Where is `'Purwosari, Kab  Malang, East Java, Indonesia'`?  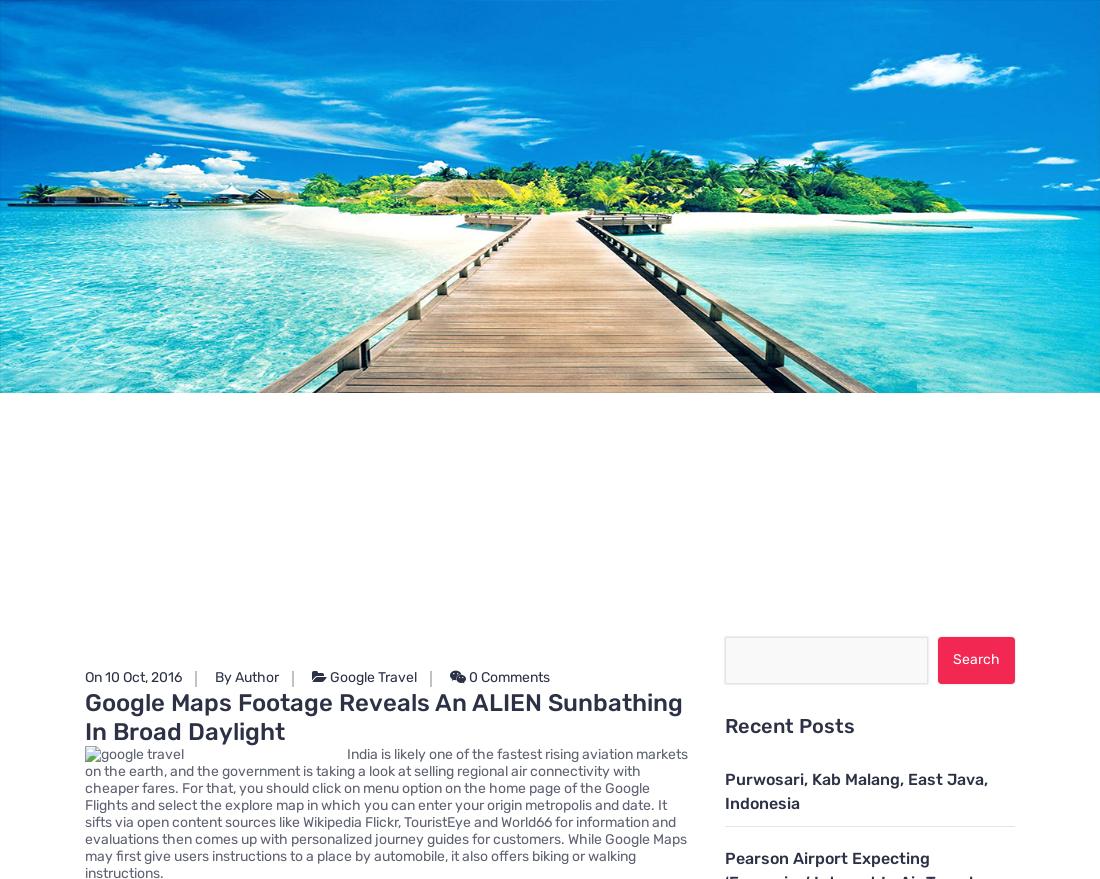 'Purwosari, Kab  Malang, East Java, Indonesia' is located at coordinates (854, 790).